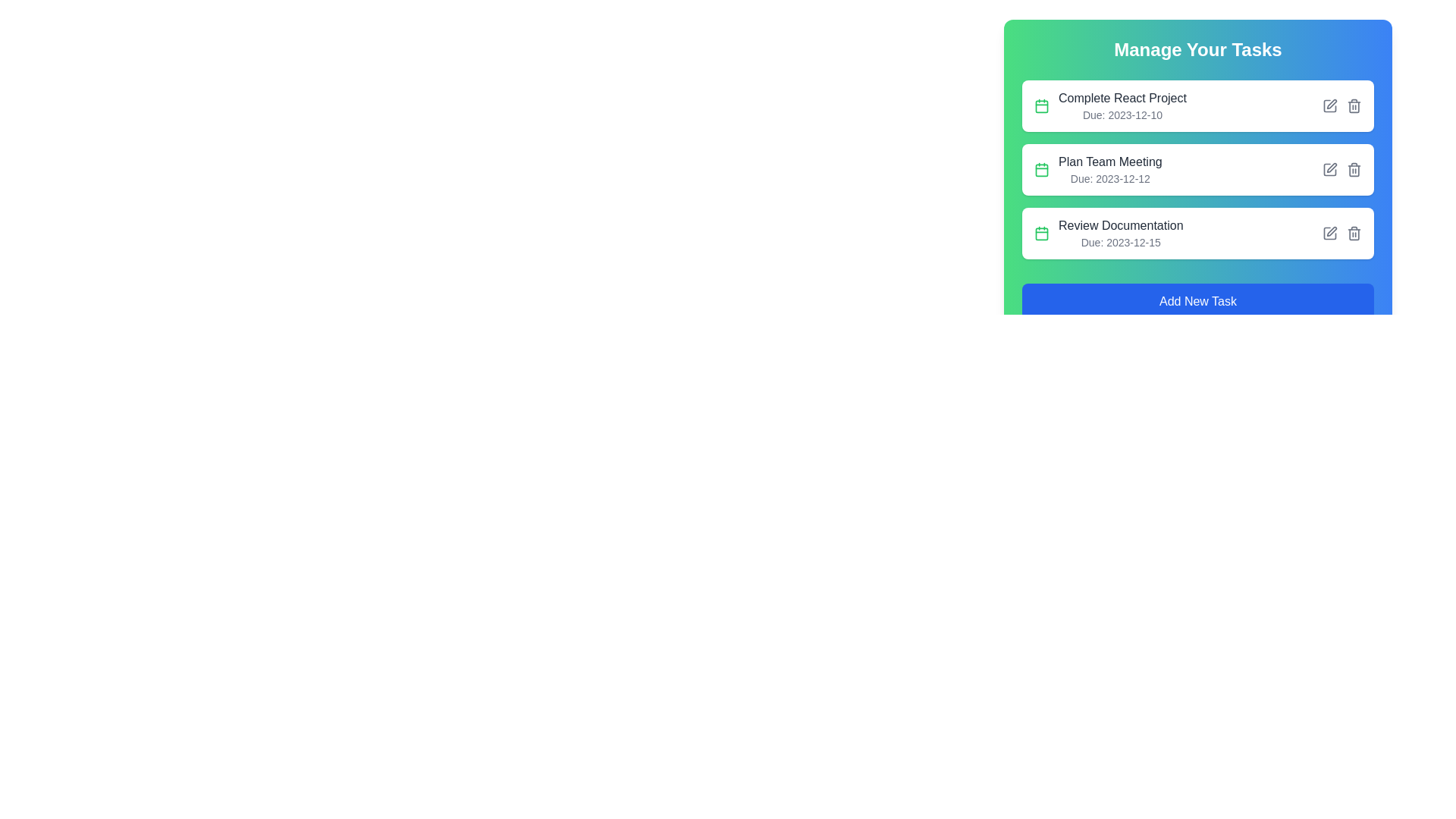 The width and height of the screenshot is (1456, 819). I want to click on the edit icon located at the end of the details line for the task titled 'Review Documentation', which is the first interactive icon for editing, so click(1329, 234).